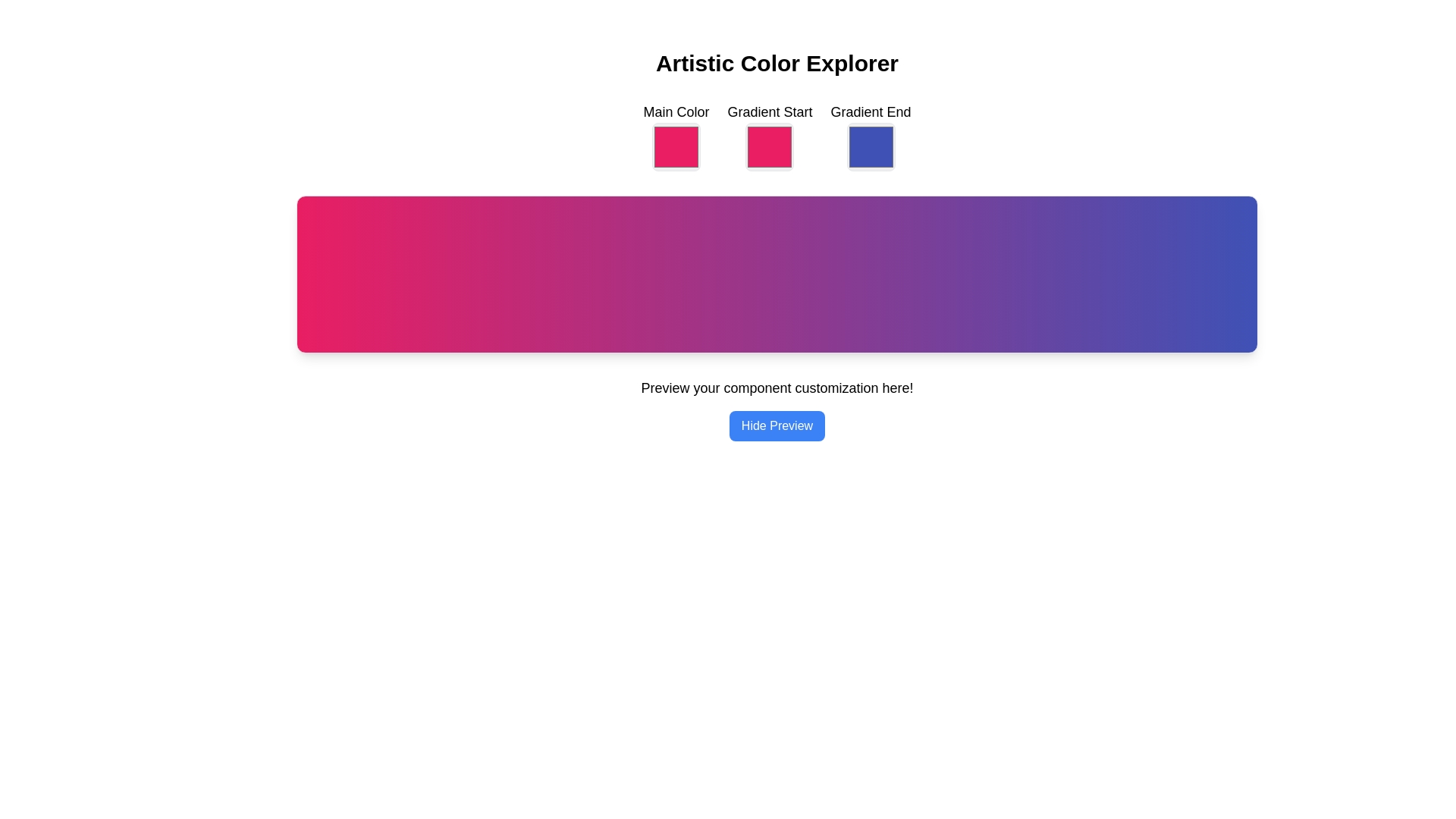  Describe the element at coordinates (777, 63) in the screenshot. I see `the large, bold text label reading 'Artistic Color Explorer', which is prominently styled and located near the top of the interface above the color-related sections` at that location.